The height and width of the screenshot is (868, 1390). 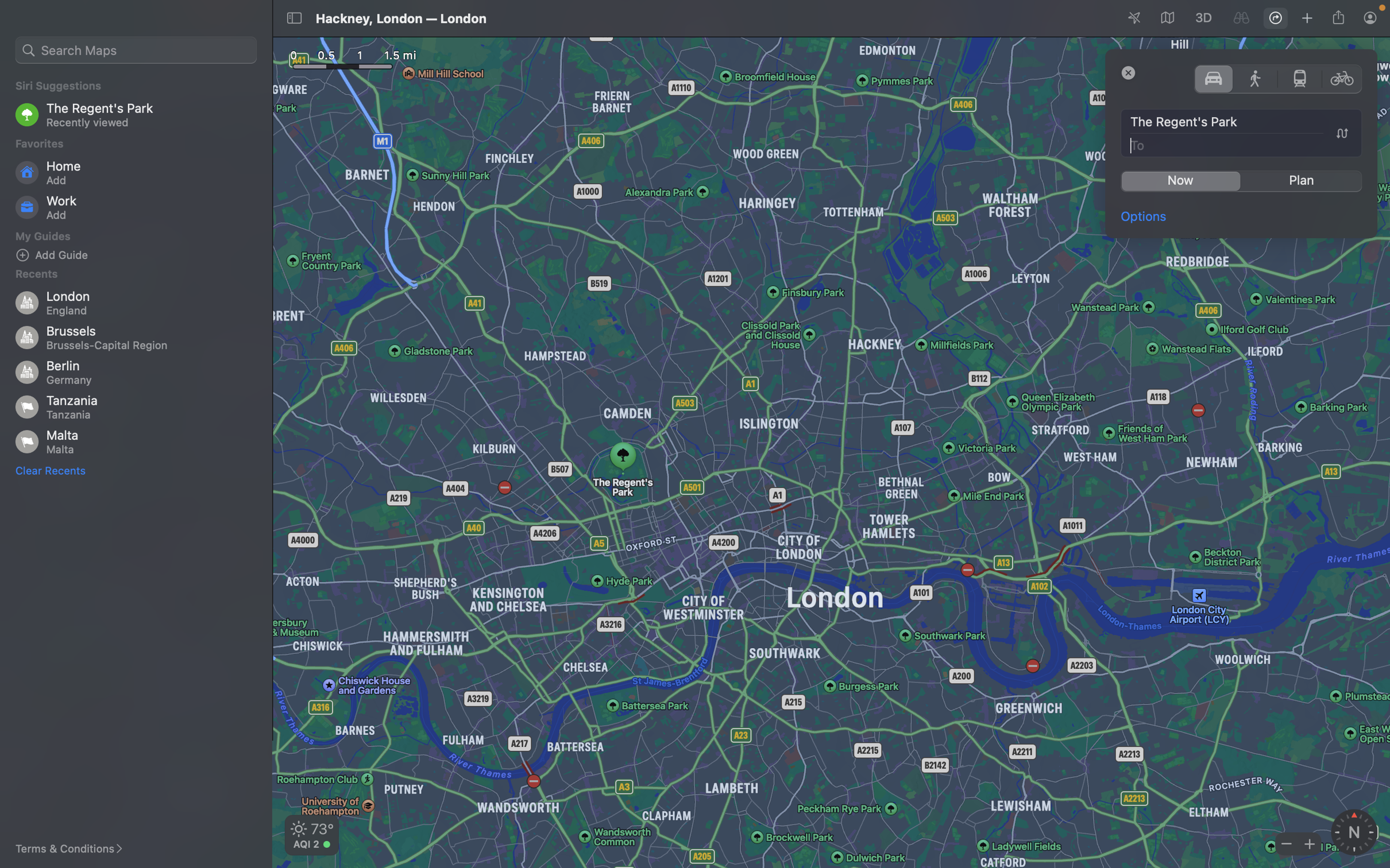 What do you see at coordinates (1242, 144) in the screenshot?
I see `Locate the "destination" box, fill it with Paris and finalize with the enter key` at bounding box center [1242, 144].